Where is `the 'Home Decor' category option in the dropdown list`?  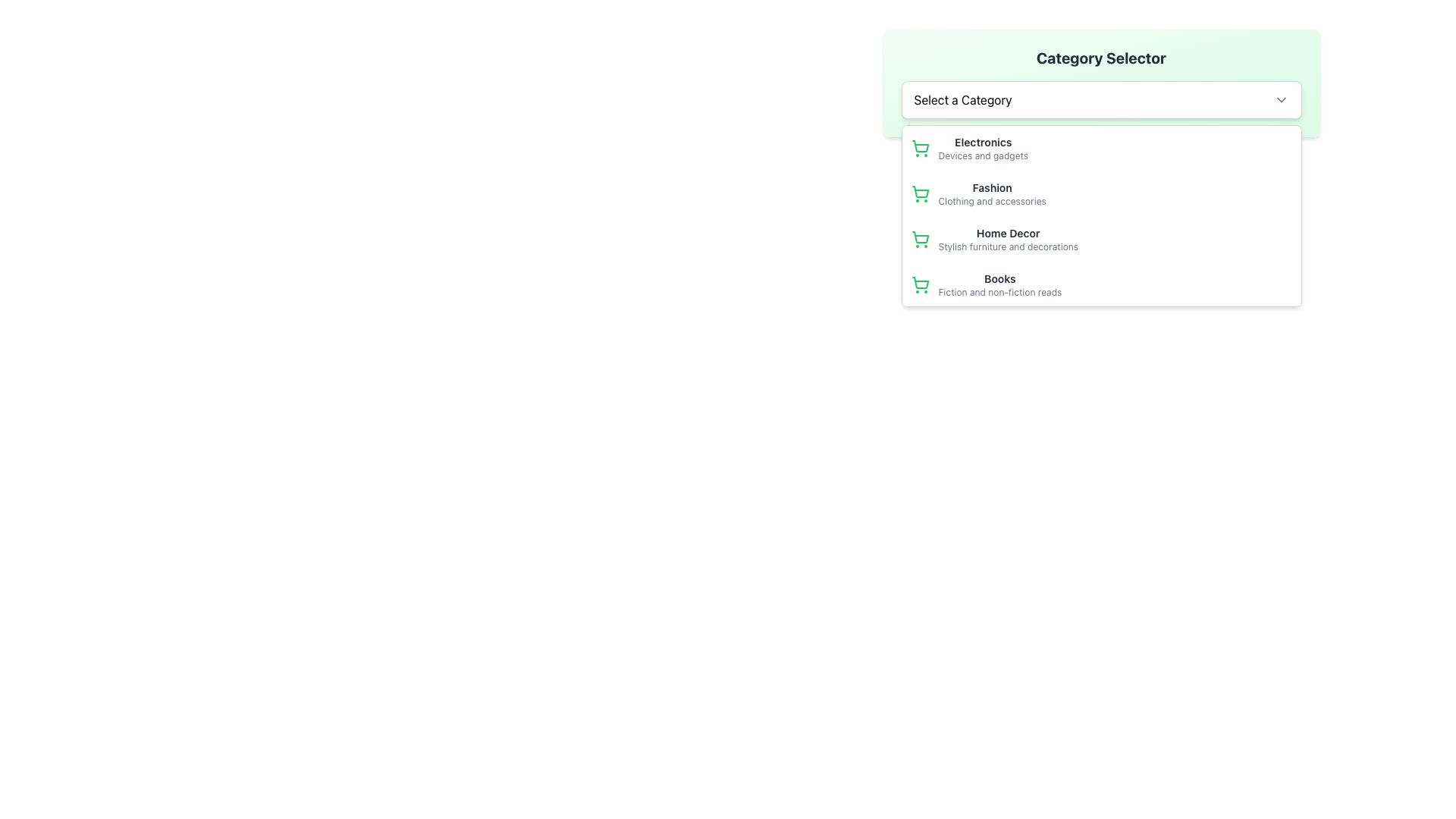
the 'Home Decor' category option in the dropdown list is located at coordinates (1101, 239).